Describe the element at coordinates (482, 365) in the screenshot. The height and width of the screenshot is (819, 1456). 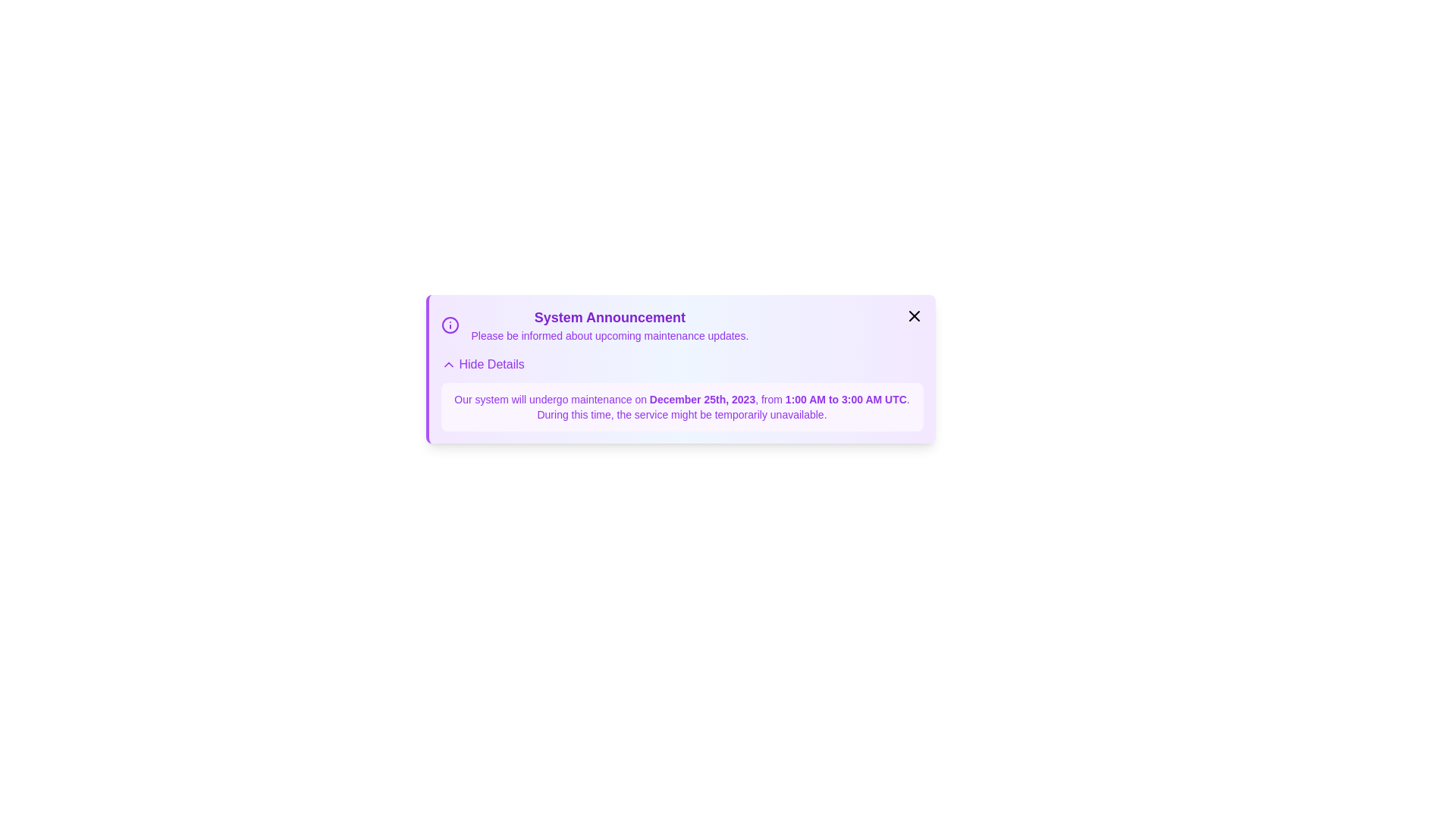
I see `the textual link styled in purple with the text 'Hide Details'` at that location.